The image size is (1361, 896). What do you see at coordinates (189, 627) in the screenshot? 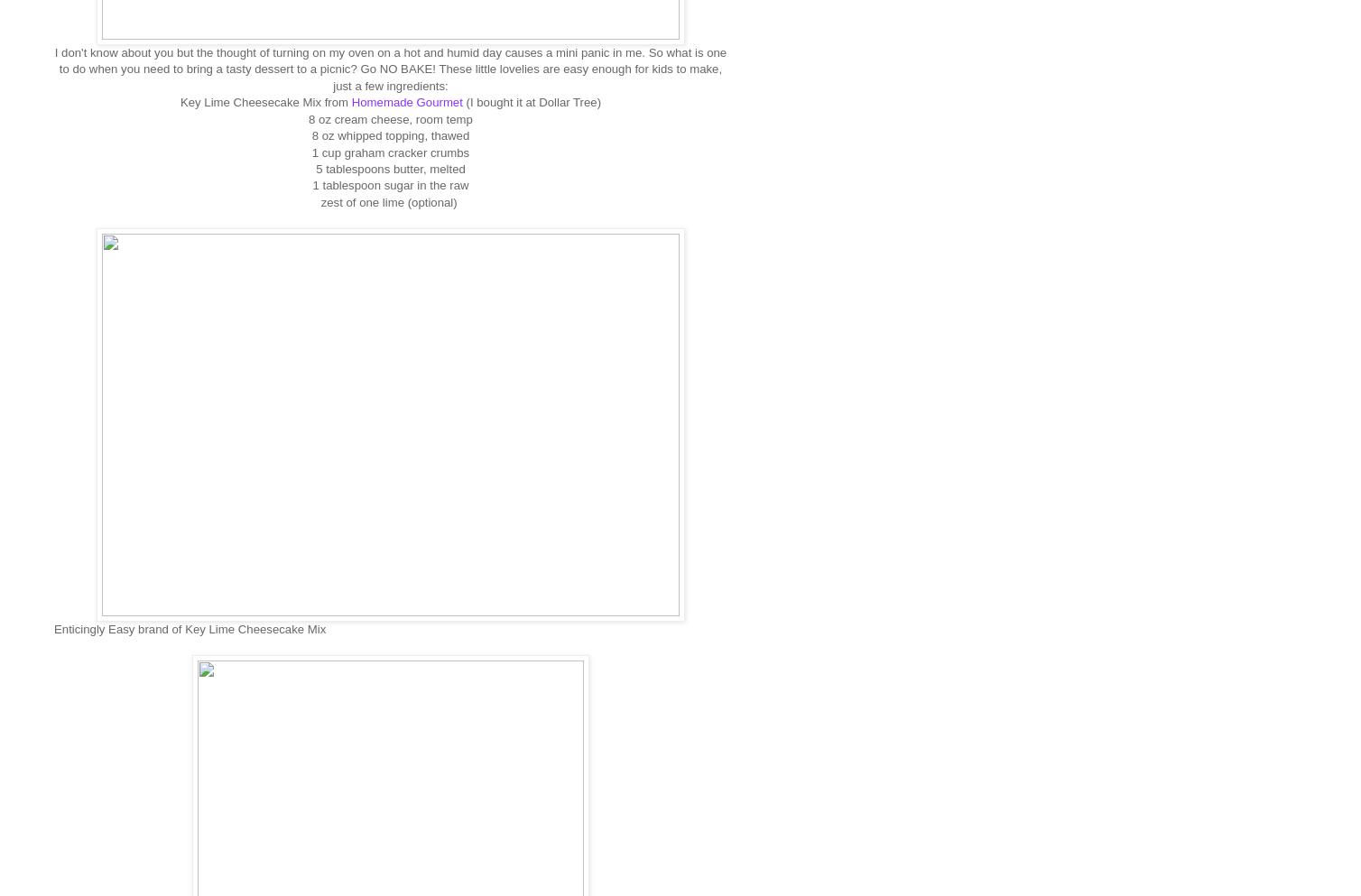
I see `'Enticingly Easy brand of Key Lime Cheesecake Mix'` at bounding box center [189, 627].